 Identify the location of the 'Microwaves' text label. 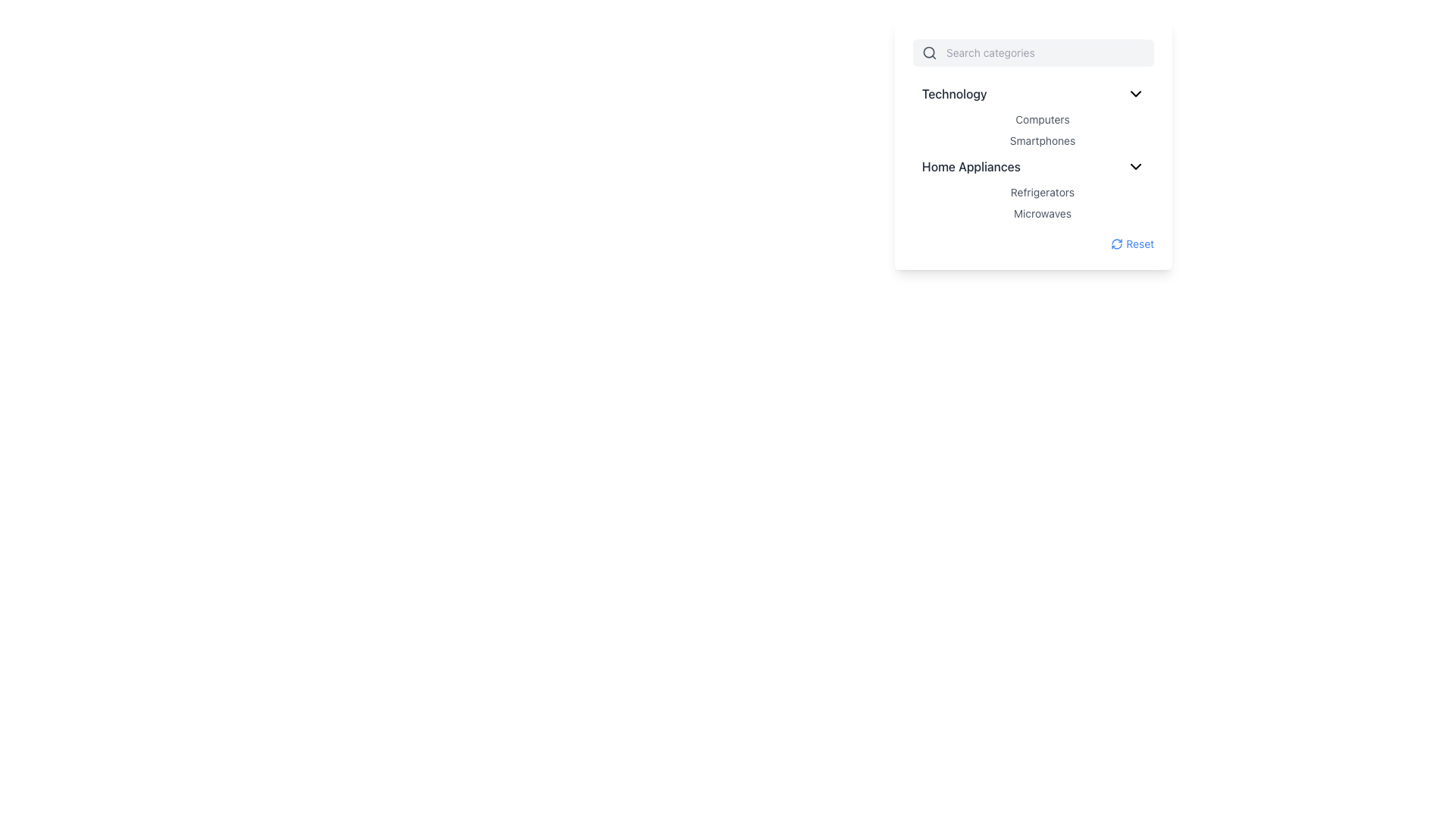
(1041, 213).